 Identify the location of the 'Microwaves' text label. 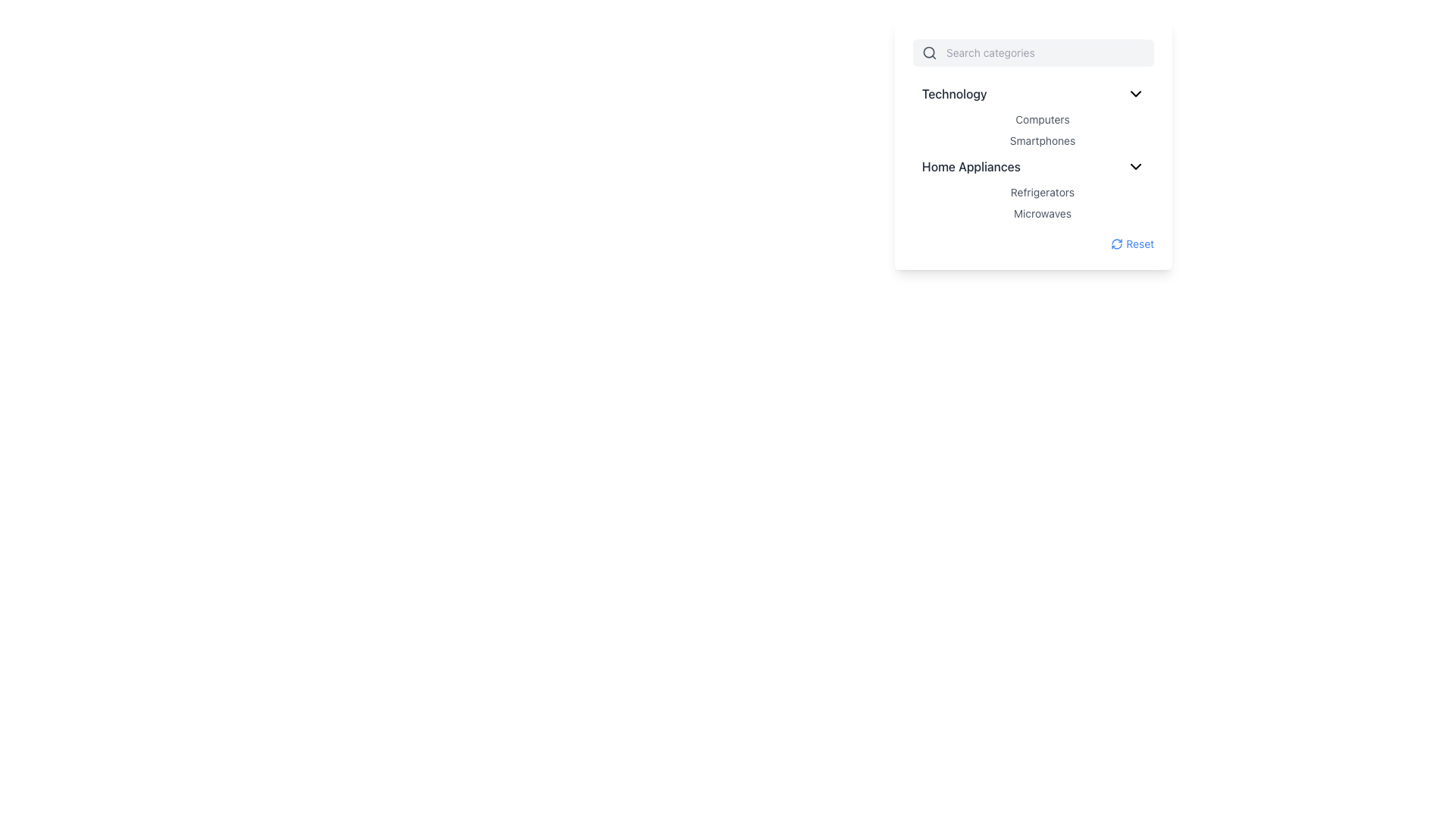
(1041, 213).